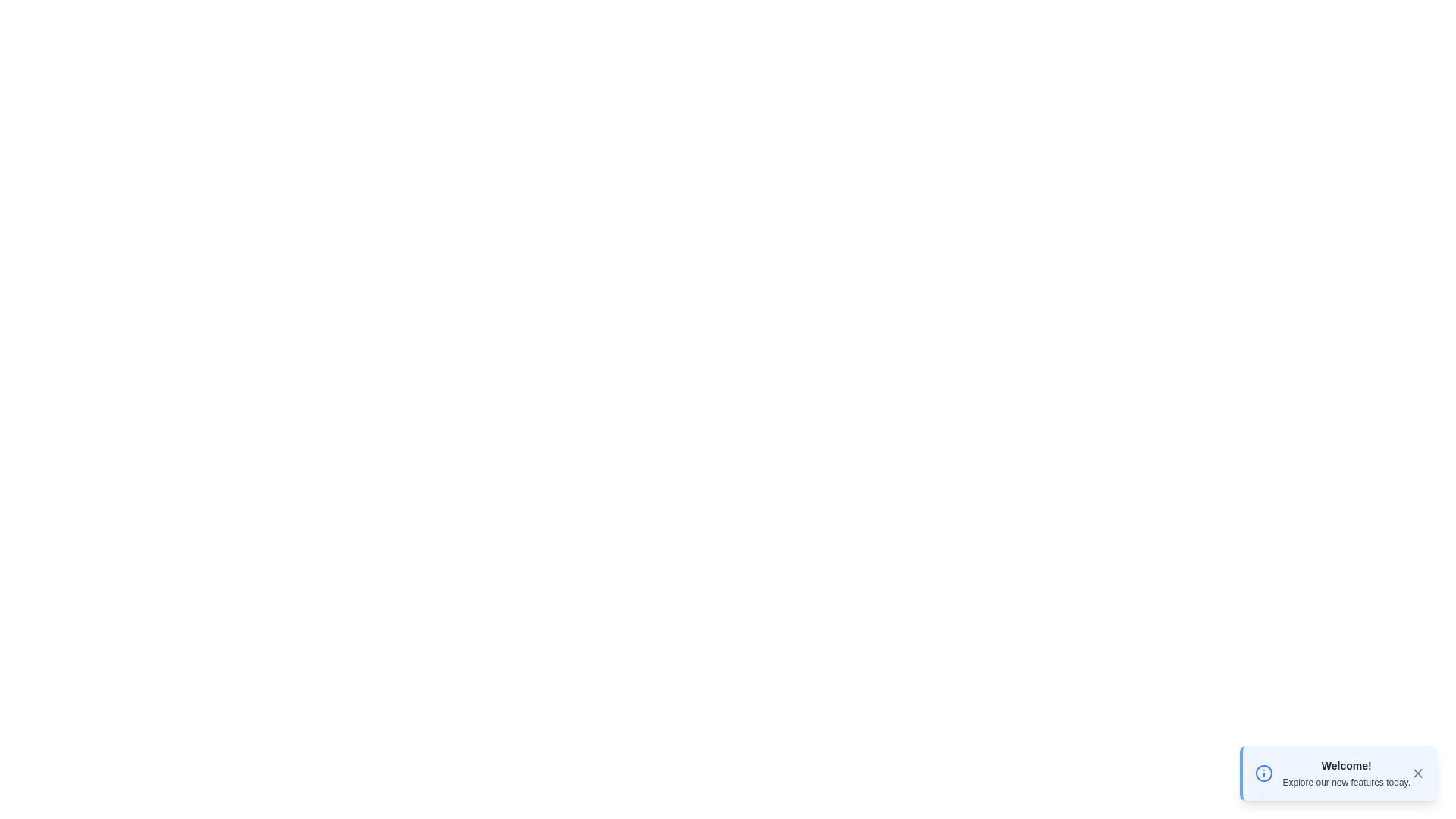  What do you see at coordinates (1346, 773) in the screenshot?
I see `the snackbar text area to read its content` at bounding box center [1346, 773].